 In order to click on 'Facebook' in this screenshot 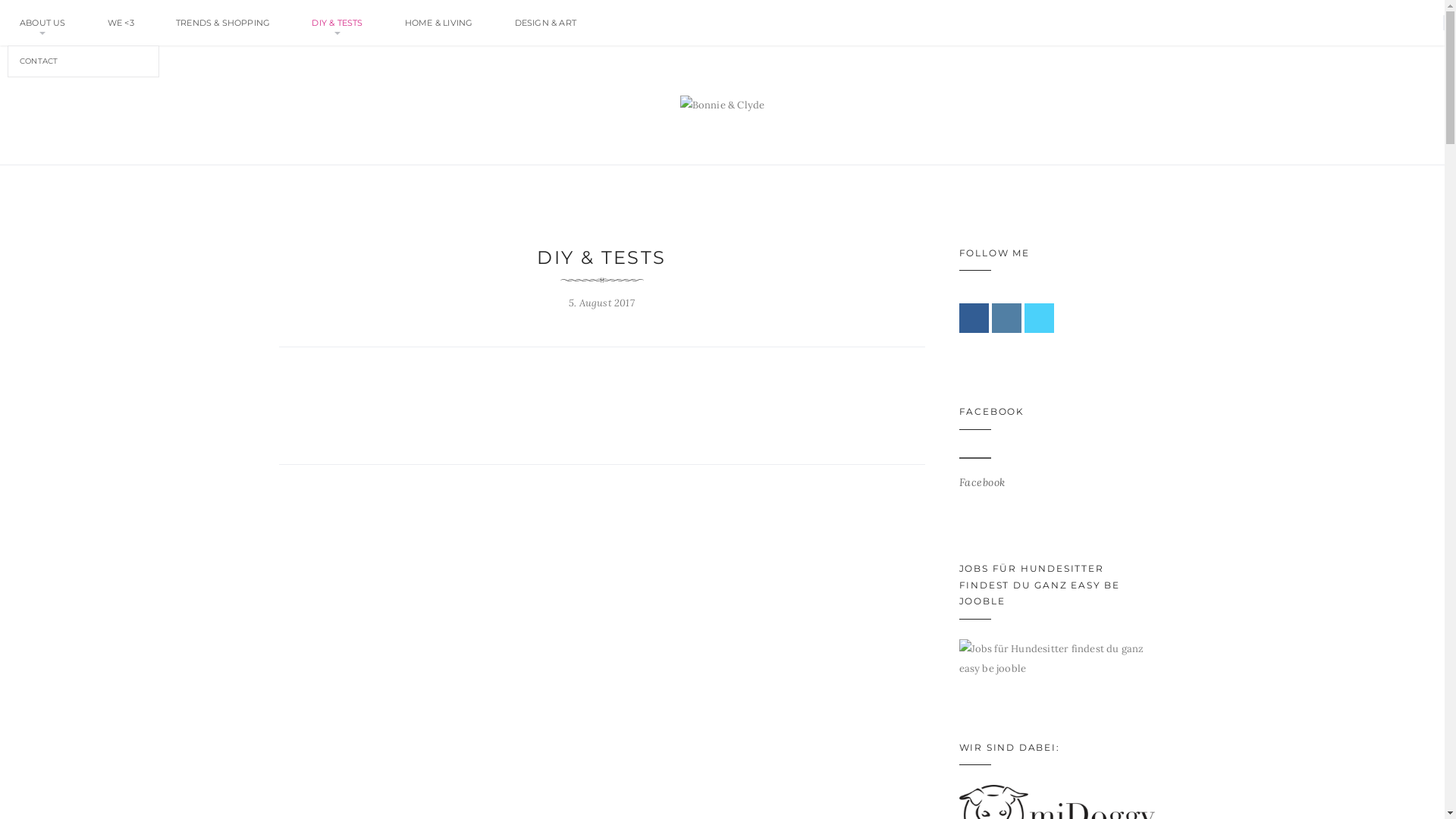, I will do `click(981, 482)`.